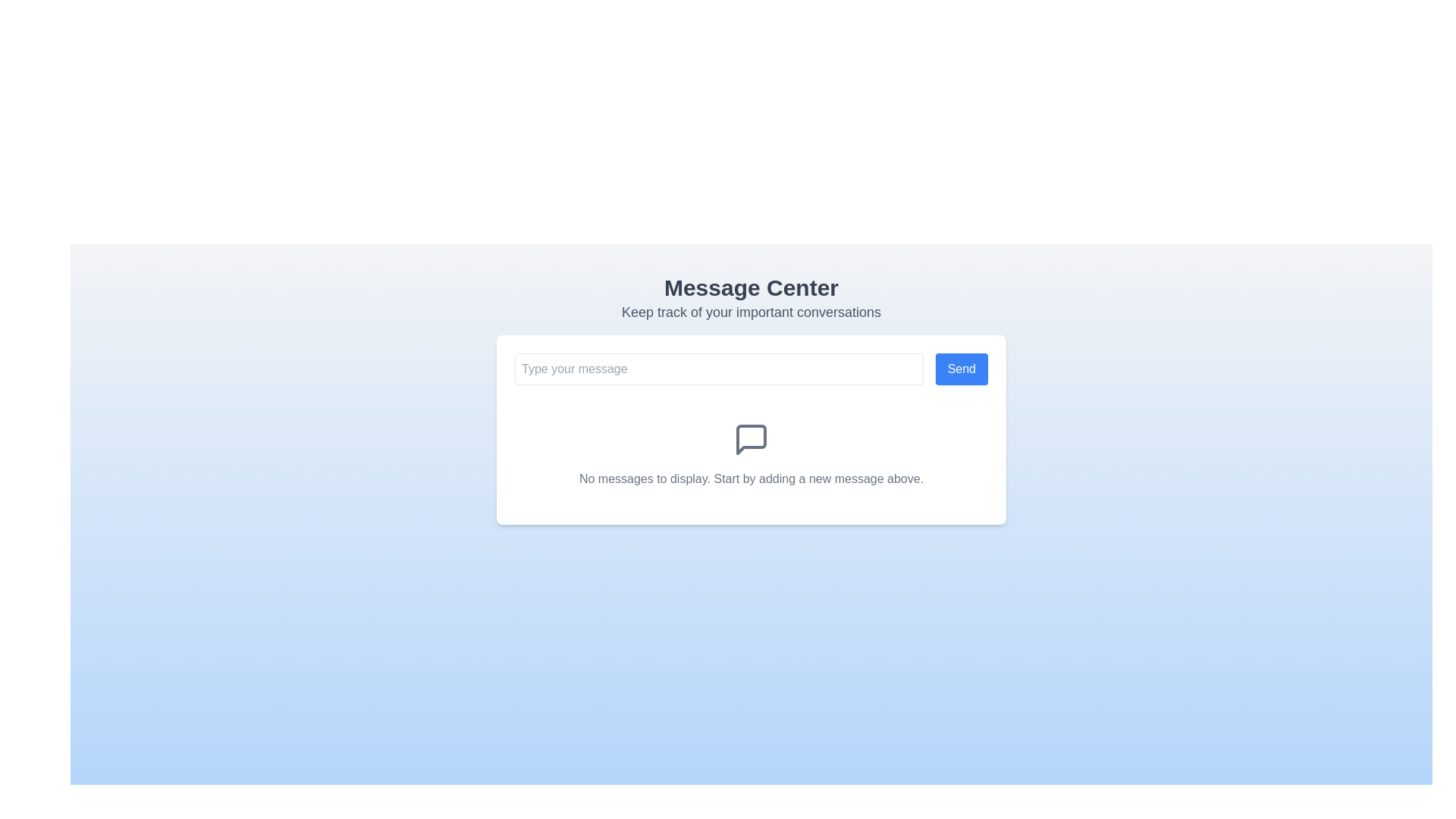 The width and height of the screenshot is (1456, 819). I want to click on the speech bubble icon that is centered above the 'No messages, so click(751, 439).